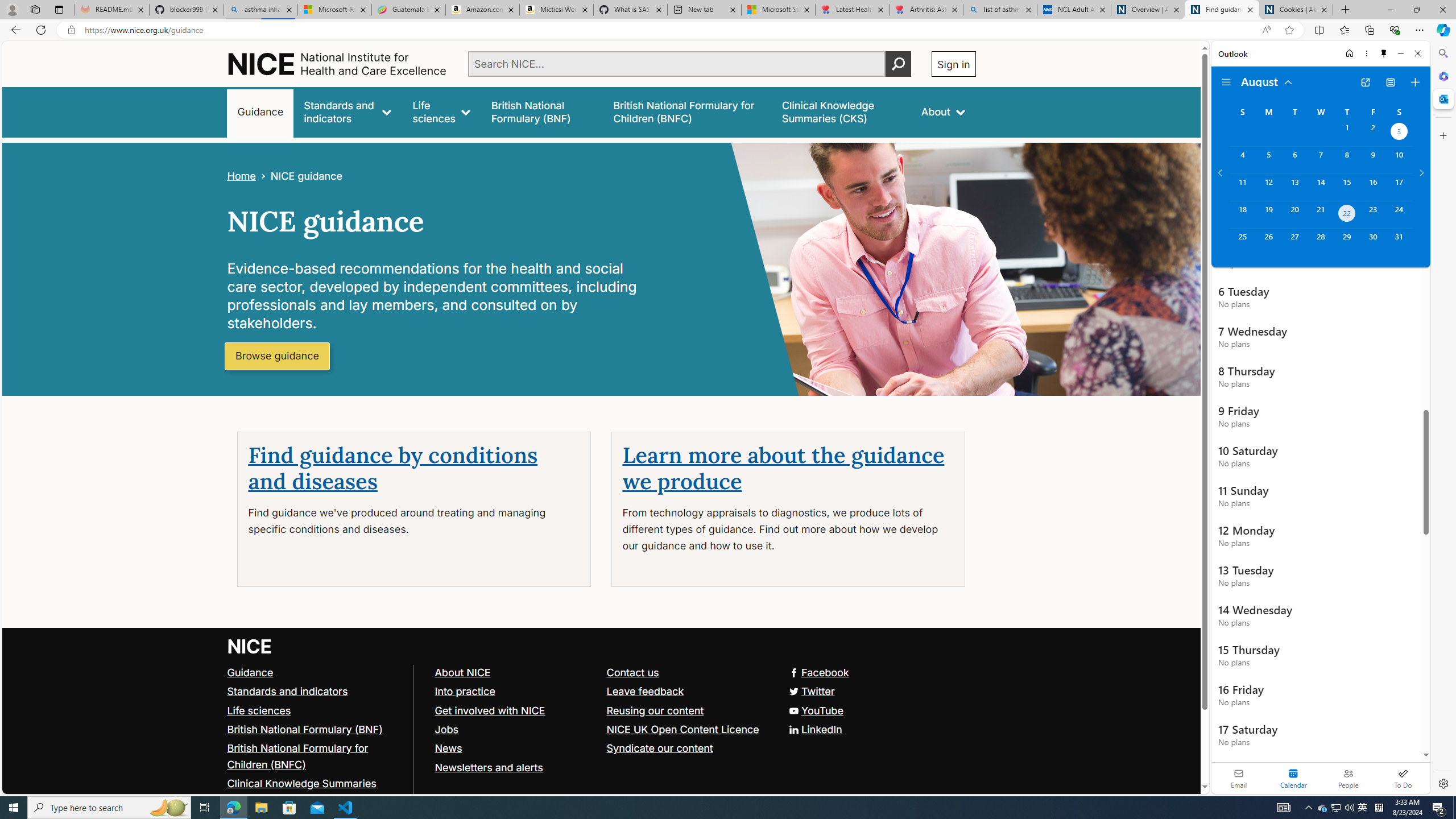 Image resolution: width=1456 pixels, height=819 pixels. What do you see at coordinates (999, 9) in the screenshot?
I see `'list of asthma inhalers uk - Search'` at bounding box center [999, 9].